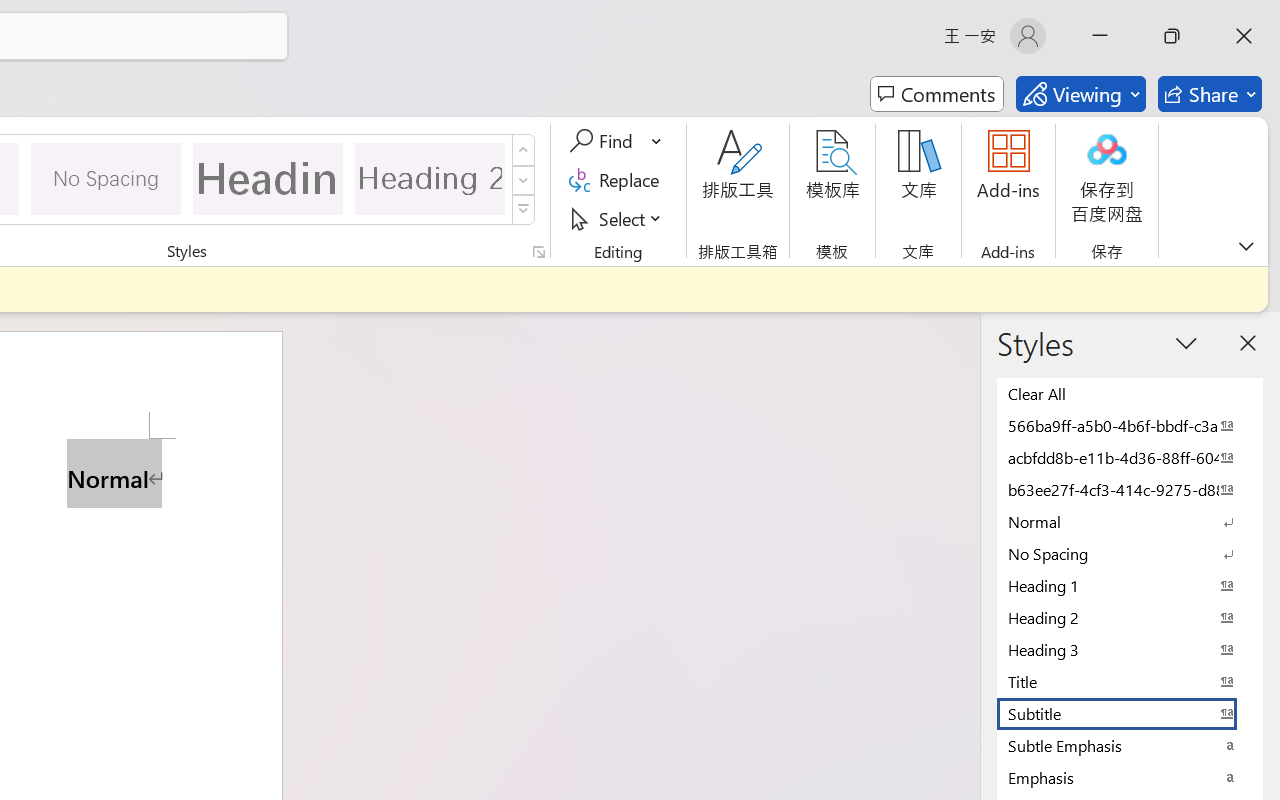 The height and width of the screenshot is (800, 1280). I want to click on 'Select', so click(617, 218).